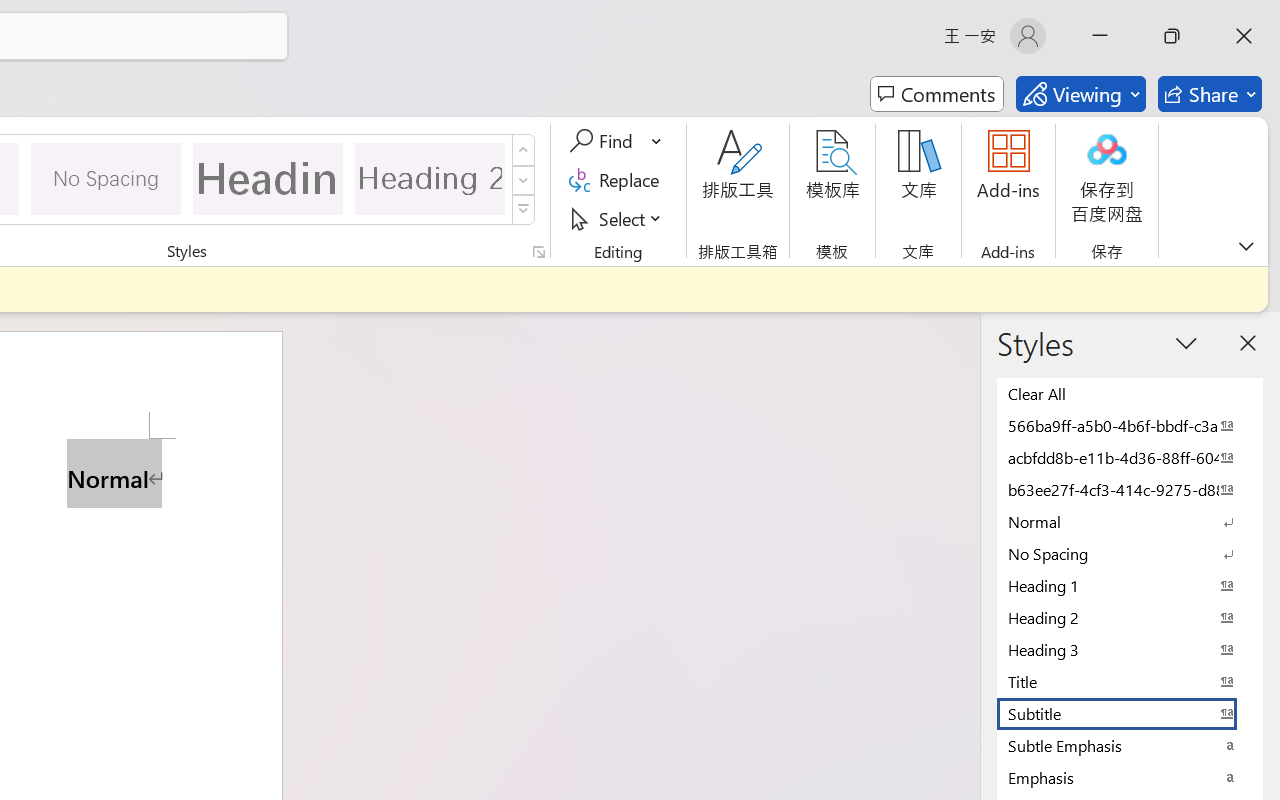 The height and width of the screenshot is (800, 1280). I want to click on 'Select', so click(617, 218).